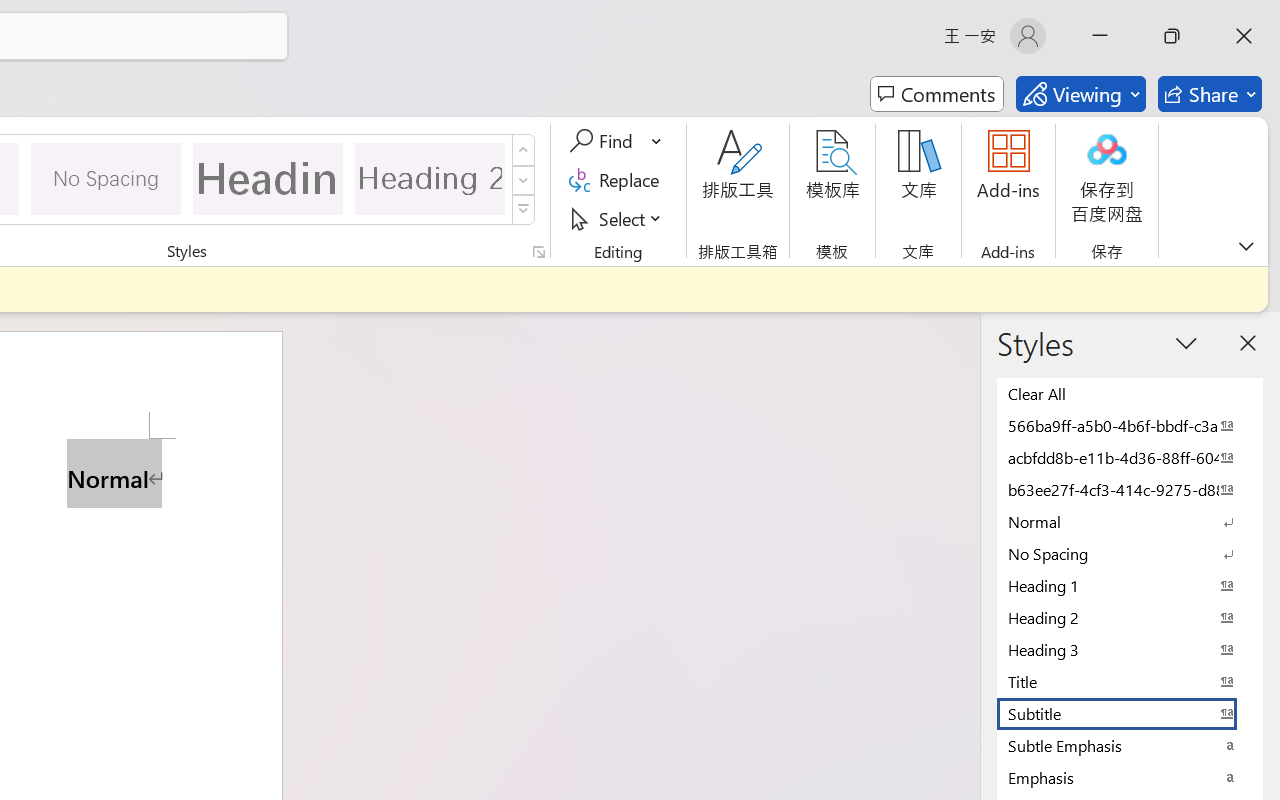 The height and width of the screenshot is (800, 1280). I want to click on 'Select', so click(617, 218).